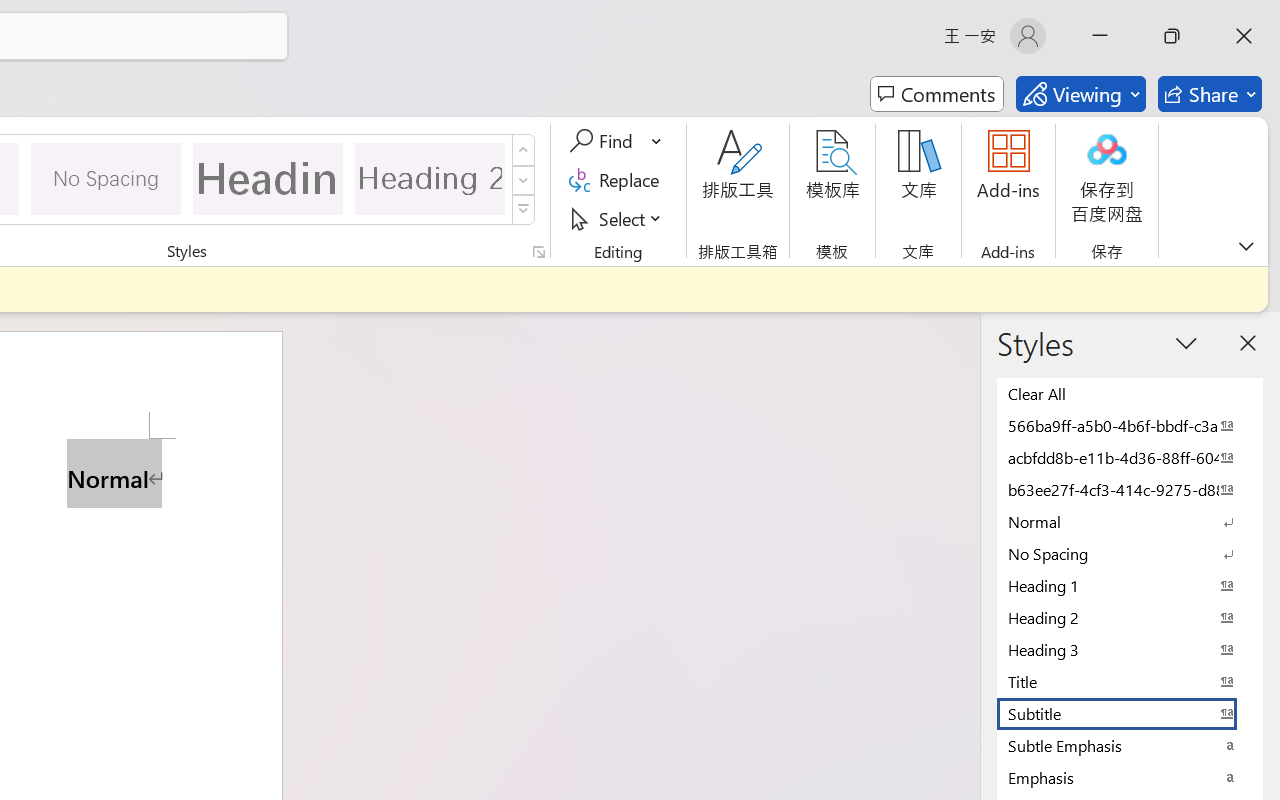 The height and width of the screenshot is (800, 1280). I want to click on 'Select', so click(617, 218).